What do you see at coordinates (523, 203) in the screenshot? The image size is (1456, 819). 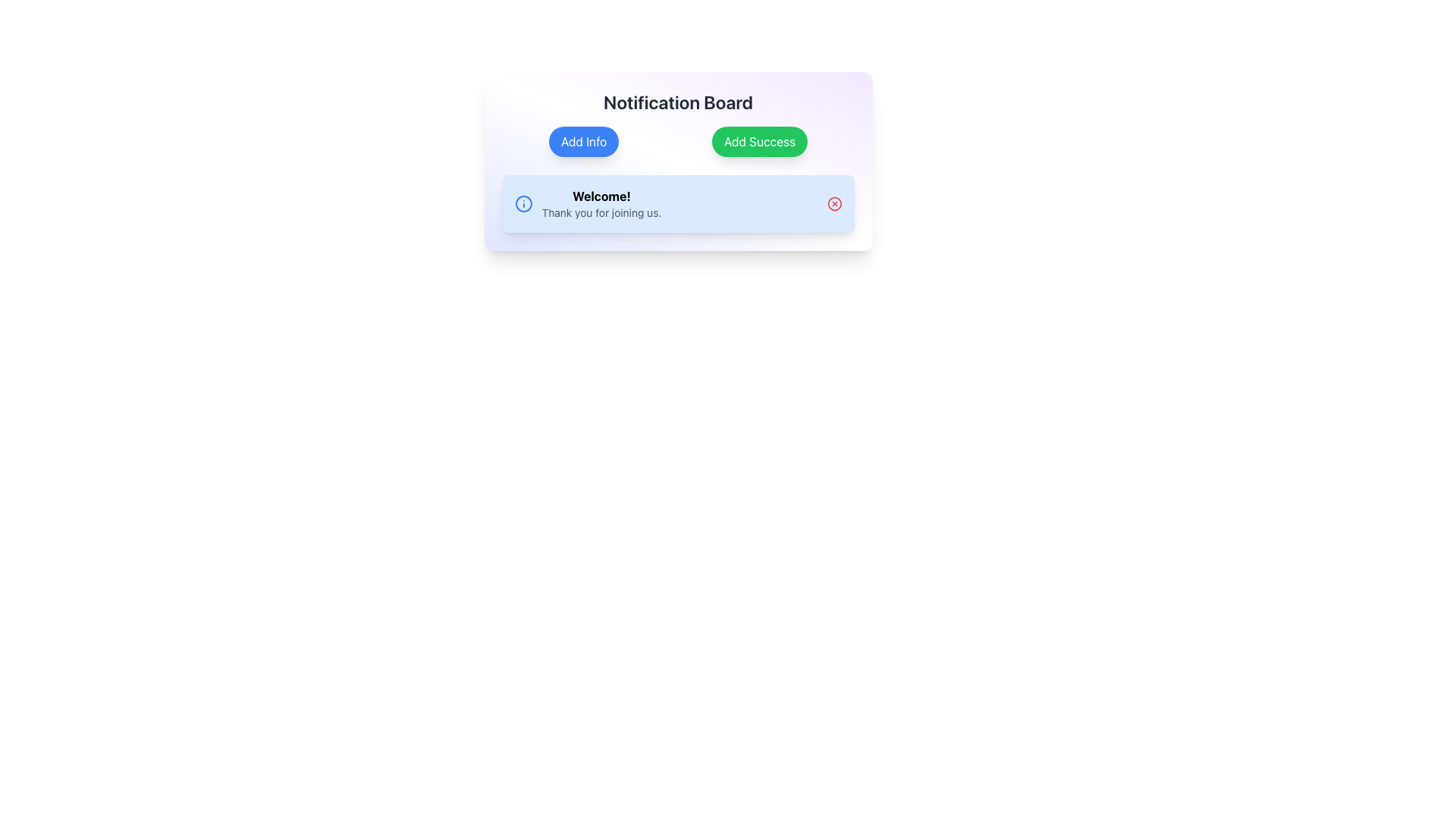 I see `the blue-outlined circular icon with a white interior located within the notification card under the 'Notification Board' header` at bounding box center [523, 203].